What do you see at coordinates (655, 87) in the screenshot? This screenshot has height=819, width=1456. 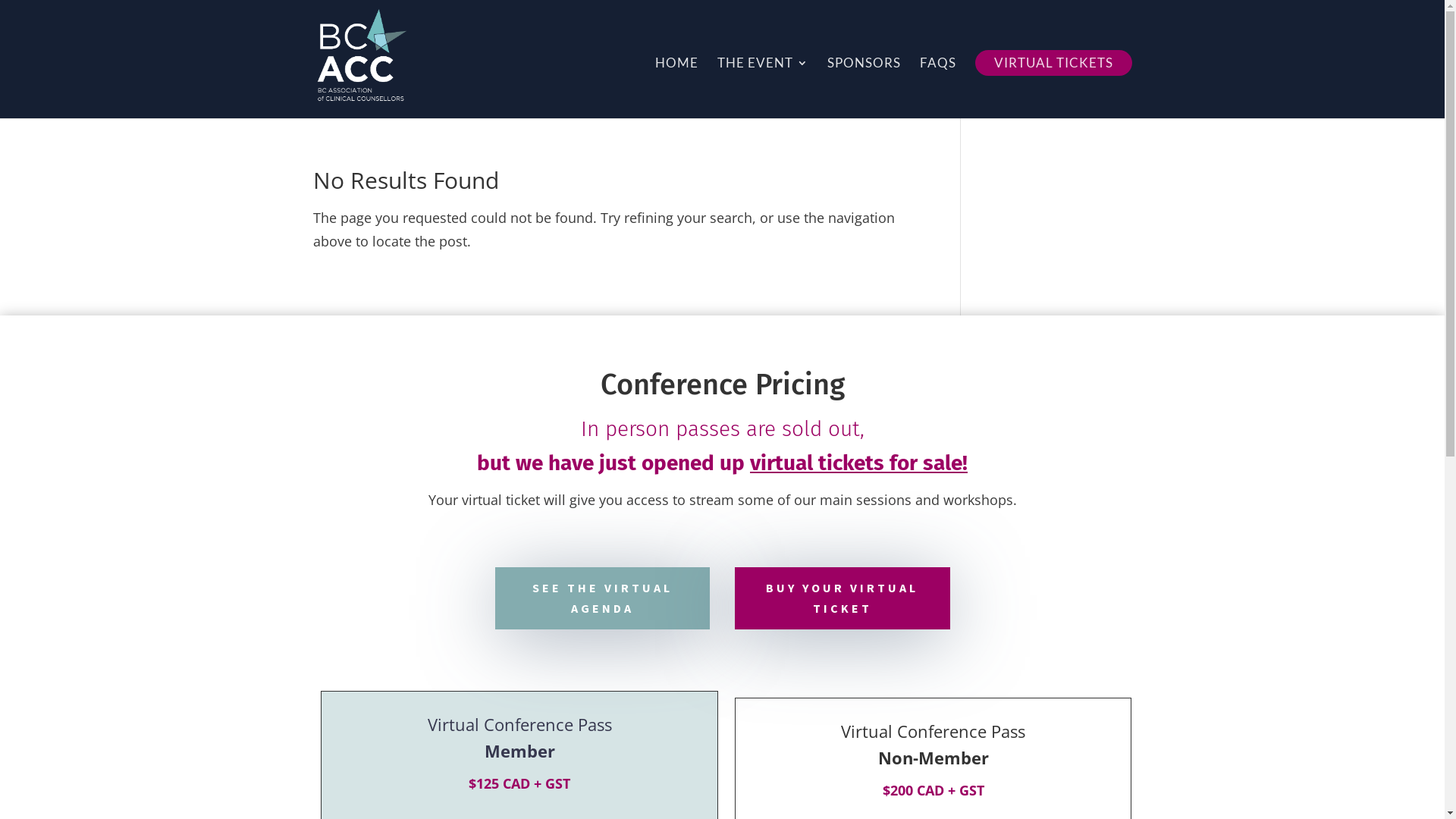 I see `'HOME'` at bounding box center [655, 87].